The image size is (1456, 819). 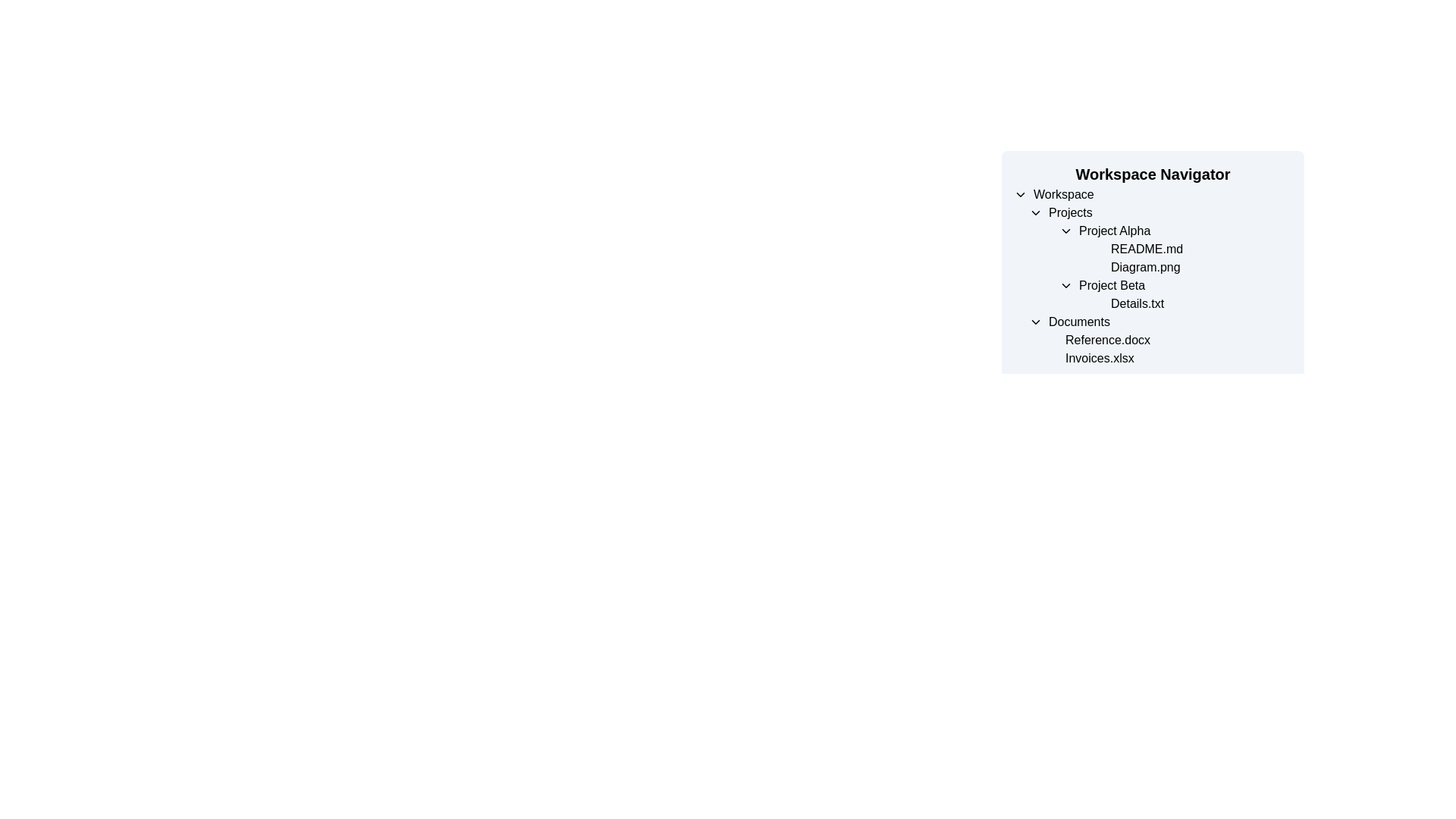 I want to click on the chevron-down icon, so click(x=1035, y=321).